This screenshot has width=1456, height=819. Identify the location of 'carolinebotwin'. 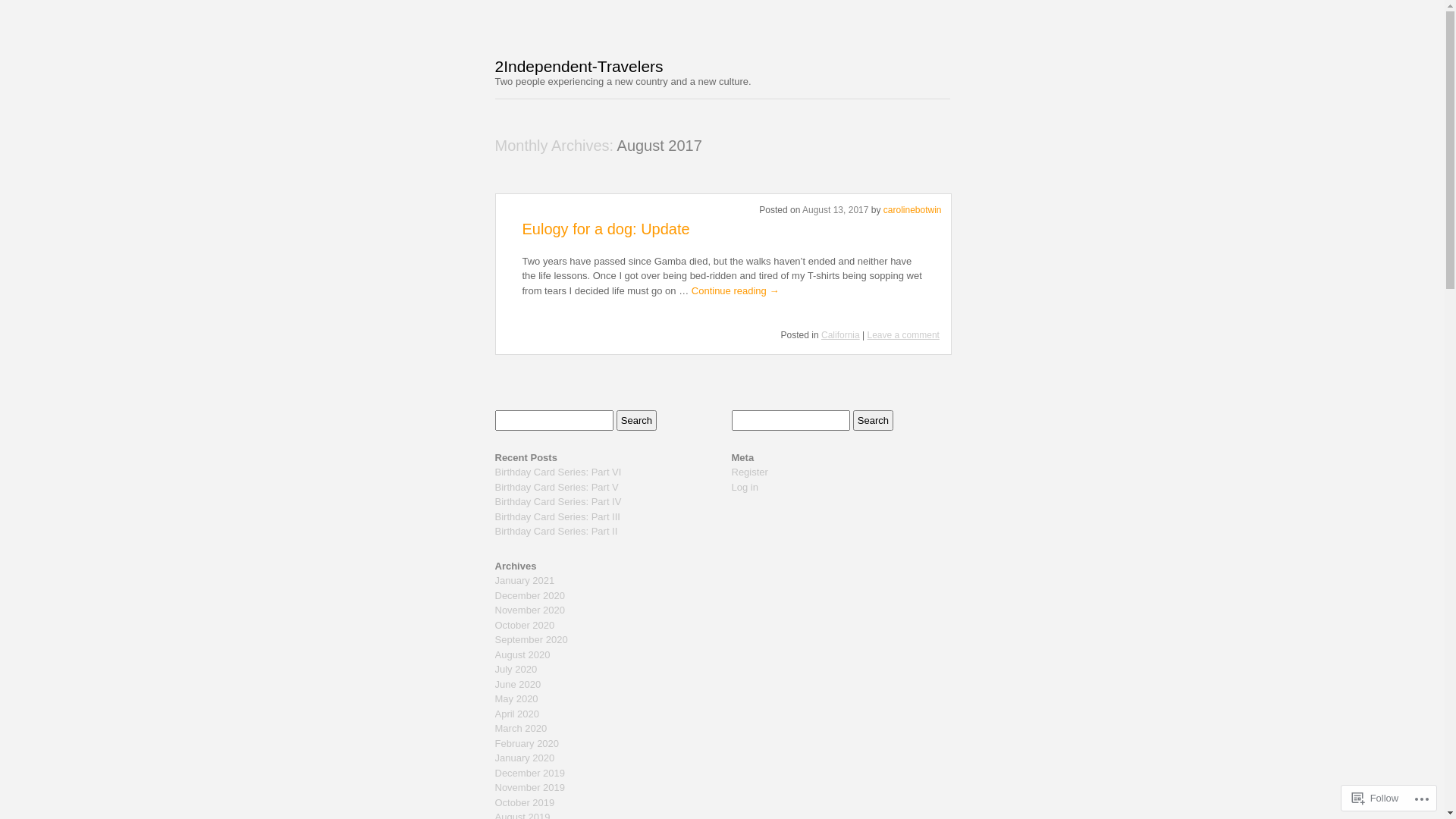
(883, 210).